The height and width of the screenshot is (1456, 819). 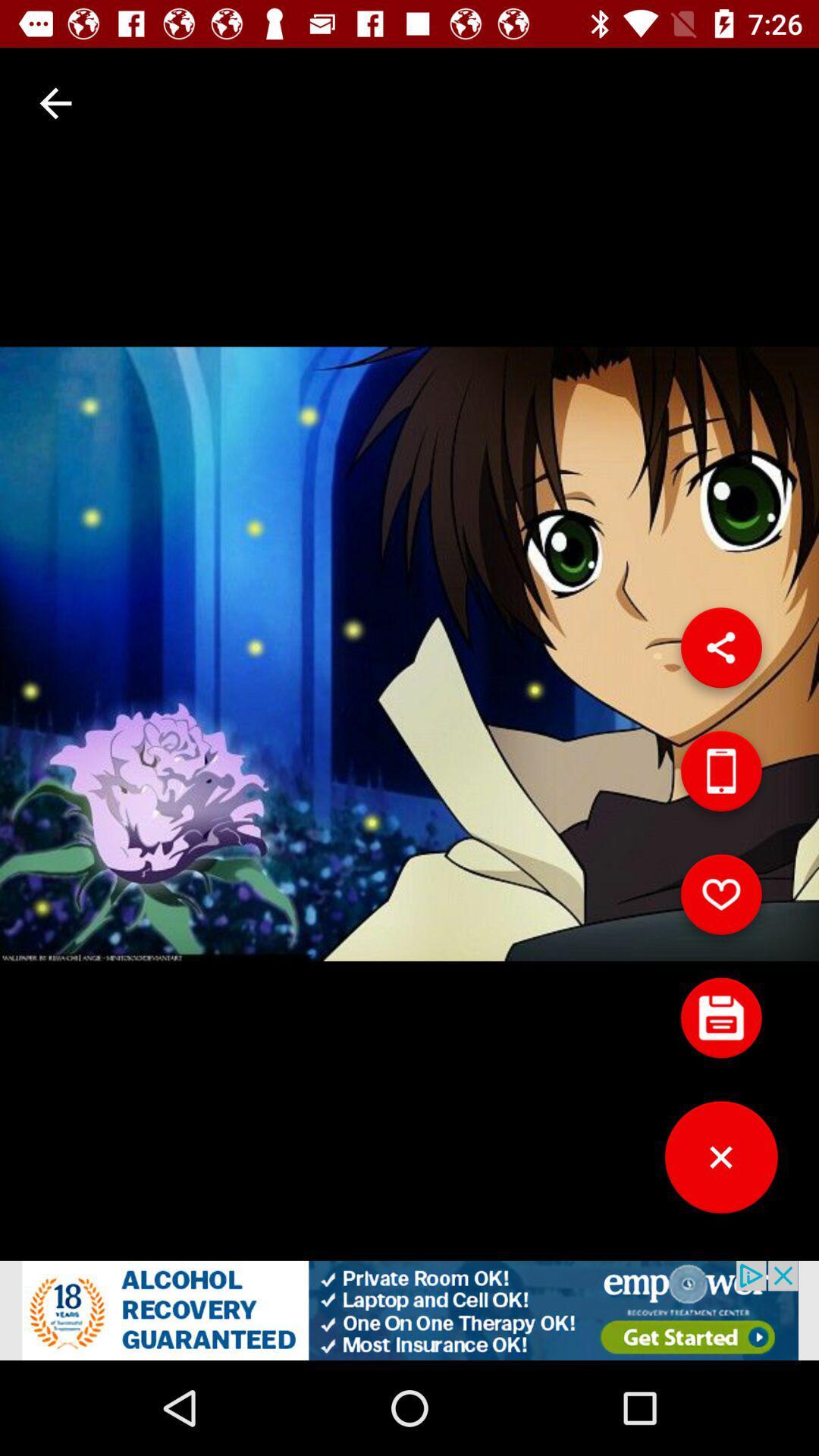 I want to click on mobile selection, so click(x=720, y=777).